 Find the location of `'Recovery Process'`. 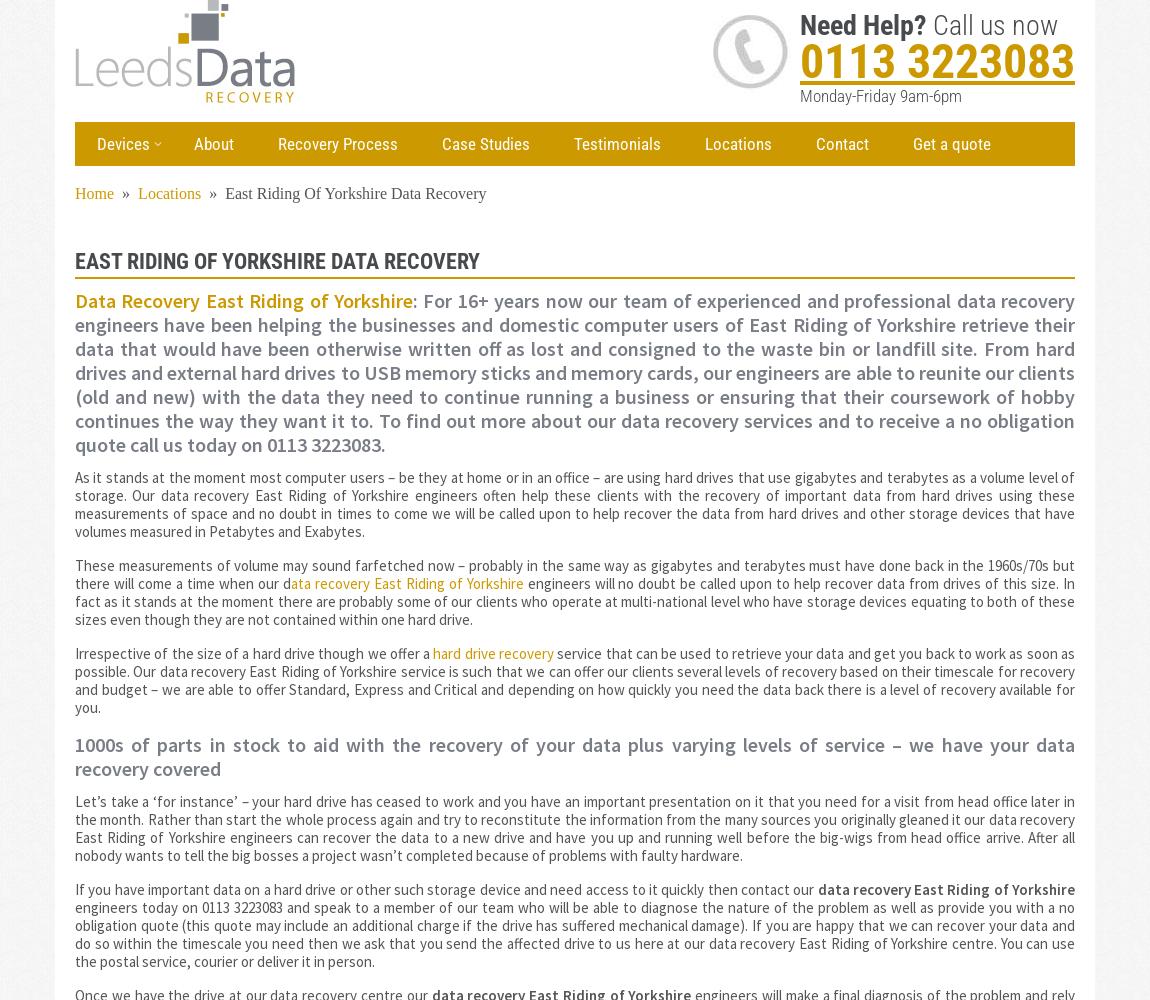

'Recovery Process' is located at coordinates (337, 144).